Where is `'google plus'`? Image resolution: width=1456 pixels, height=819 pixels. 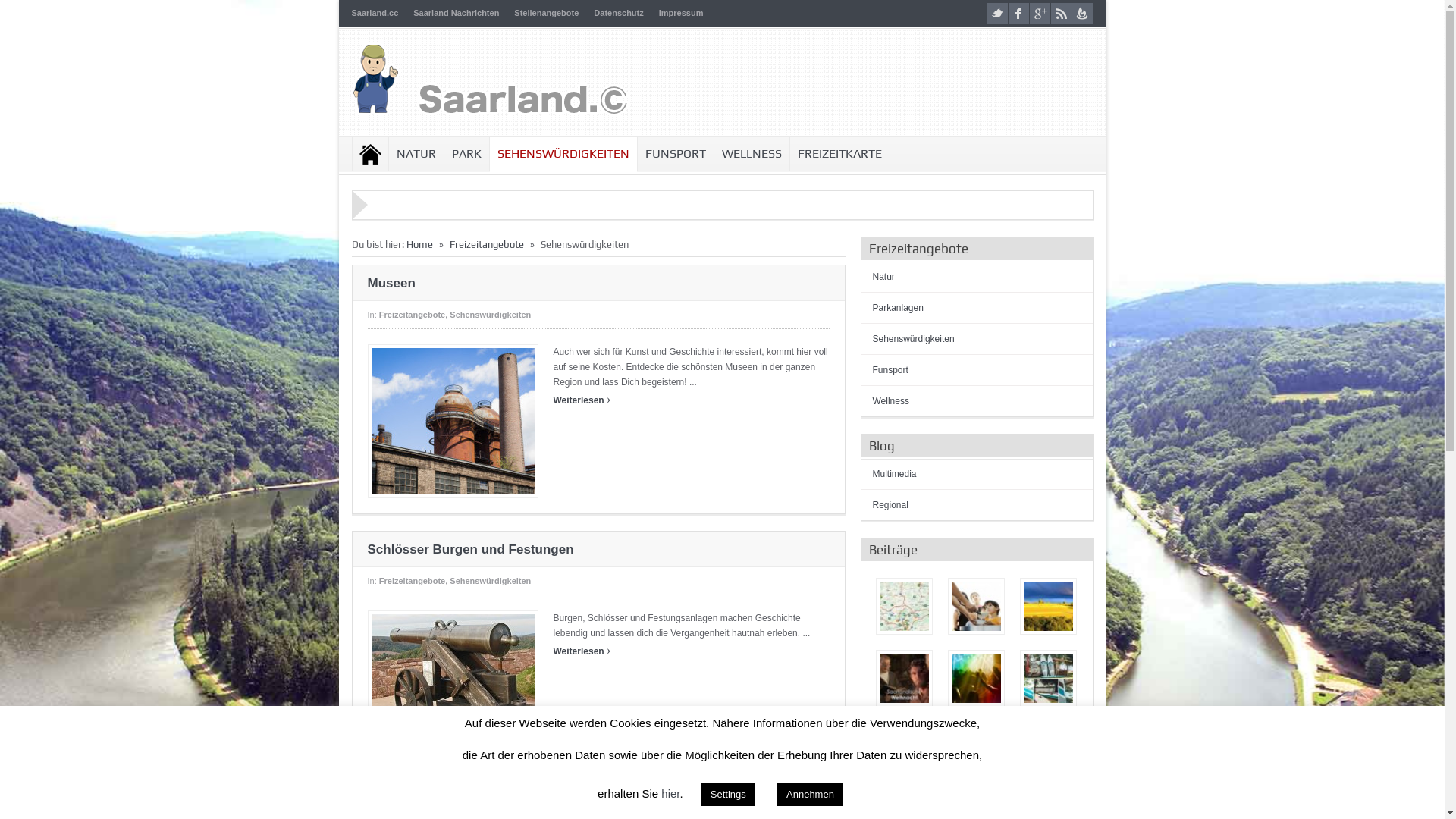 'google plus' is located at coordinates (1039, 13).